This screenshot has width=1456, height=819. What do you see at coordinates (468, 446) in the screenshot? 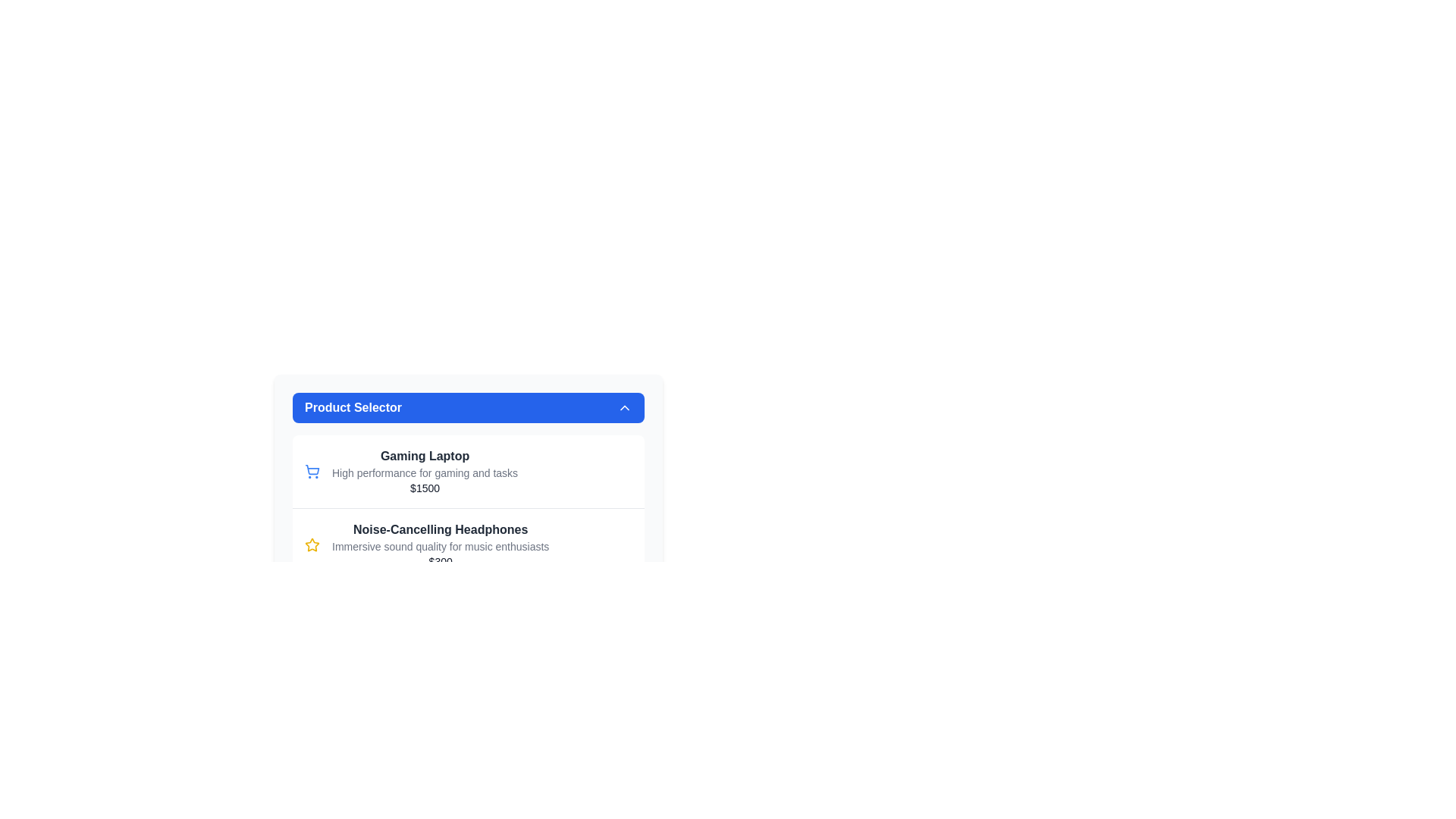
I see `the first product option in the selector interface` at bounding box center [468, 446].